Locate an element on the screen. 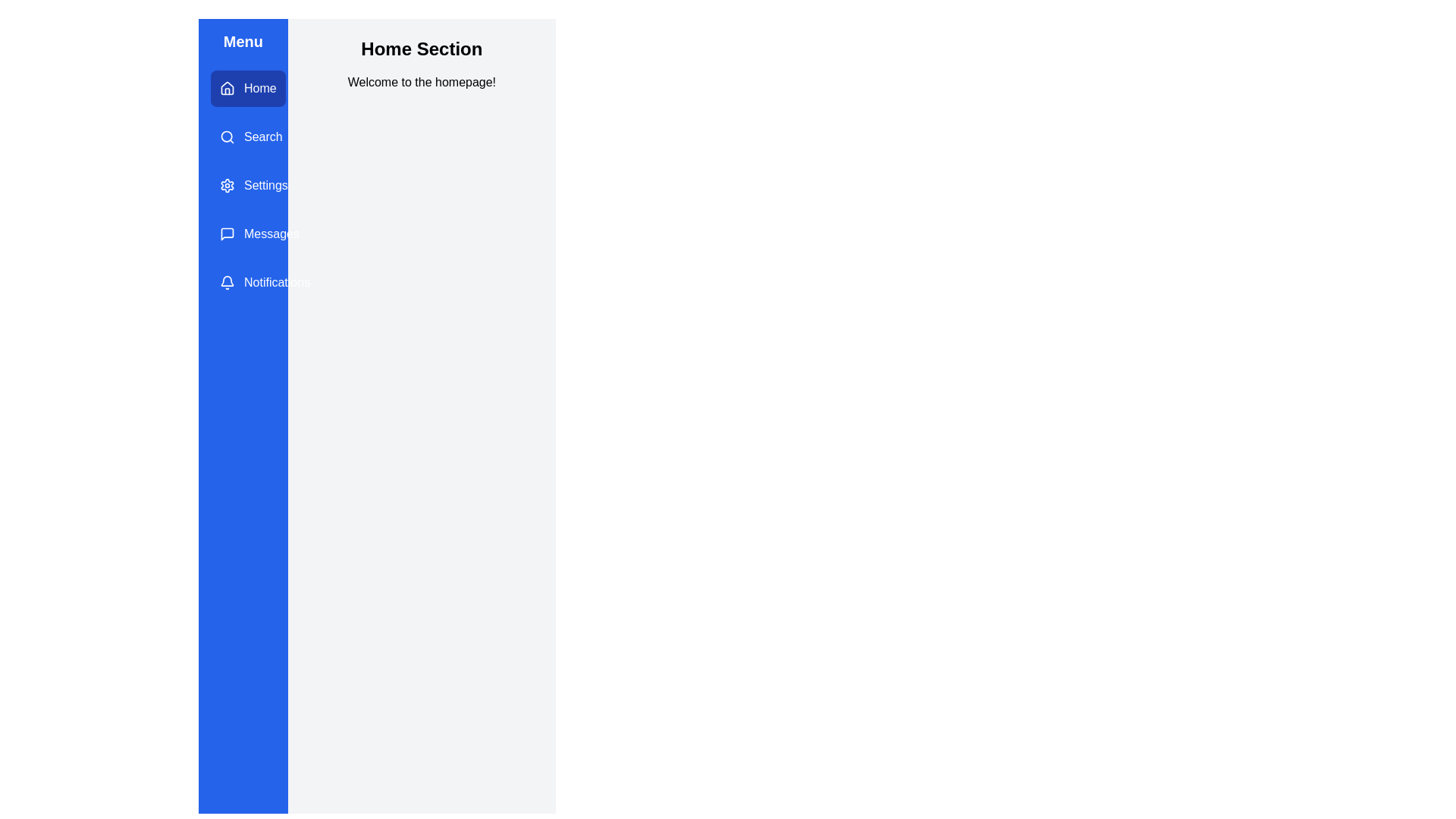  the settings navigation button located between the 'Search' and 'Messages' options in the vertical menu is located at coordinates (243, 185).